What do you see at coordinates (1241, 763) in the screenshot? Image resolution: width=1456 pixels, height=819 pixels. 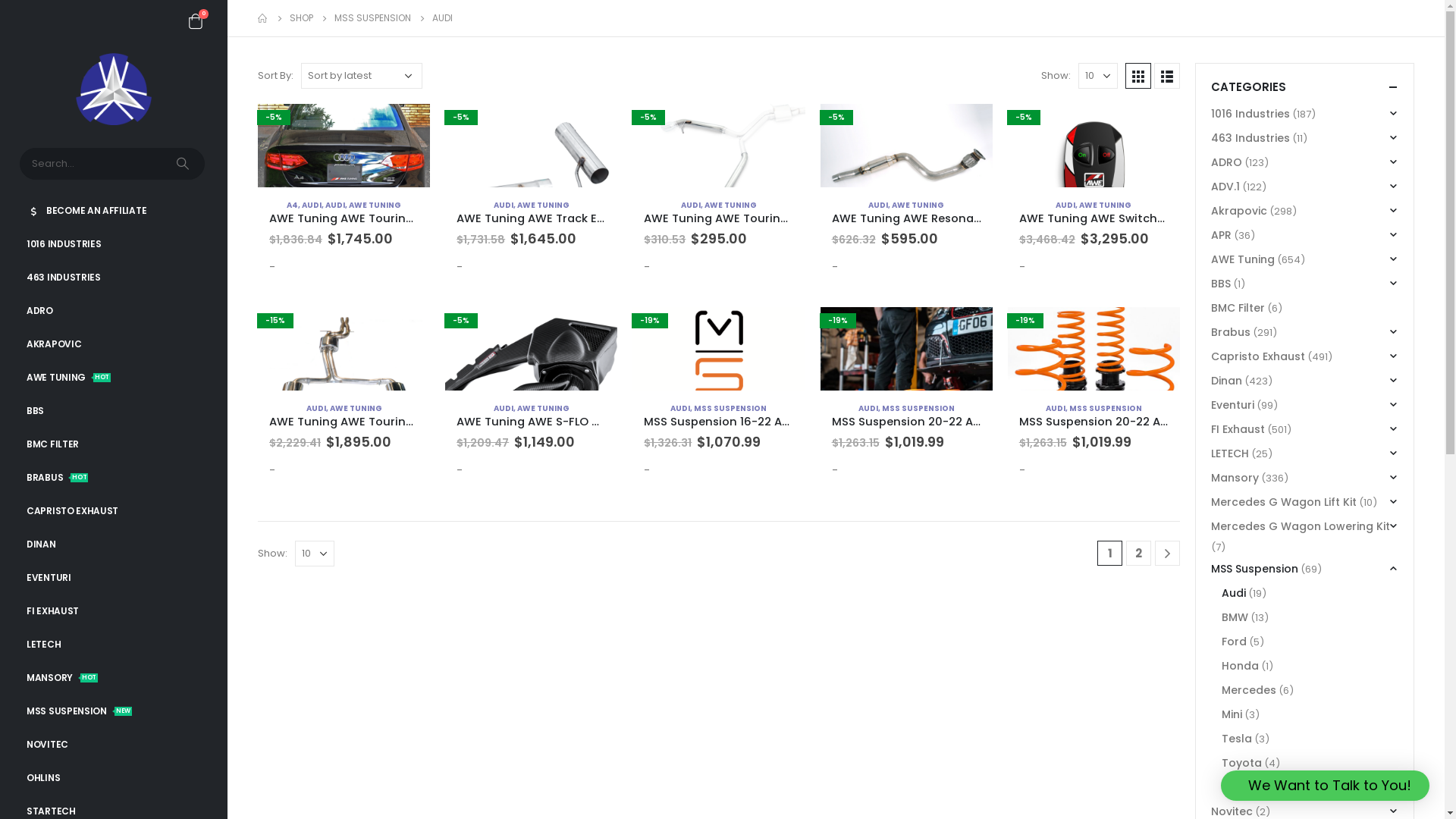 I see `'Toyota'` at bounding box center [1241, 763].